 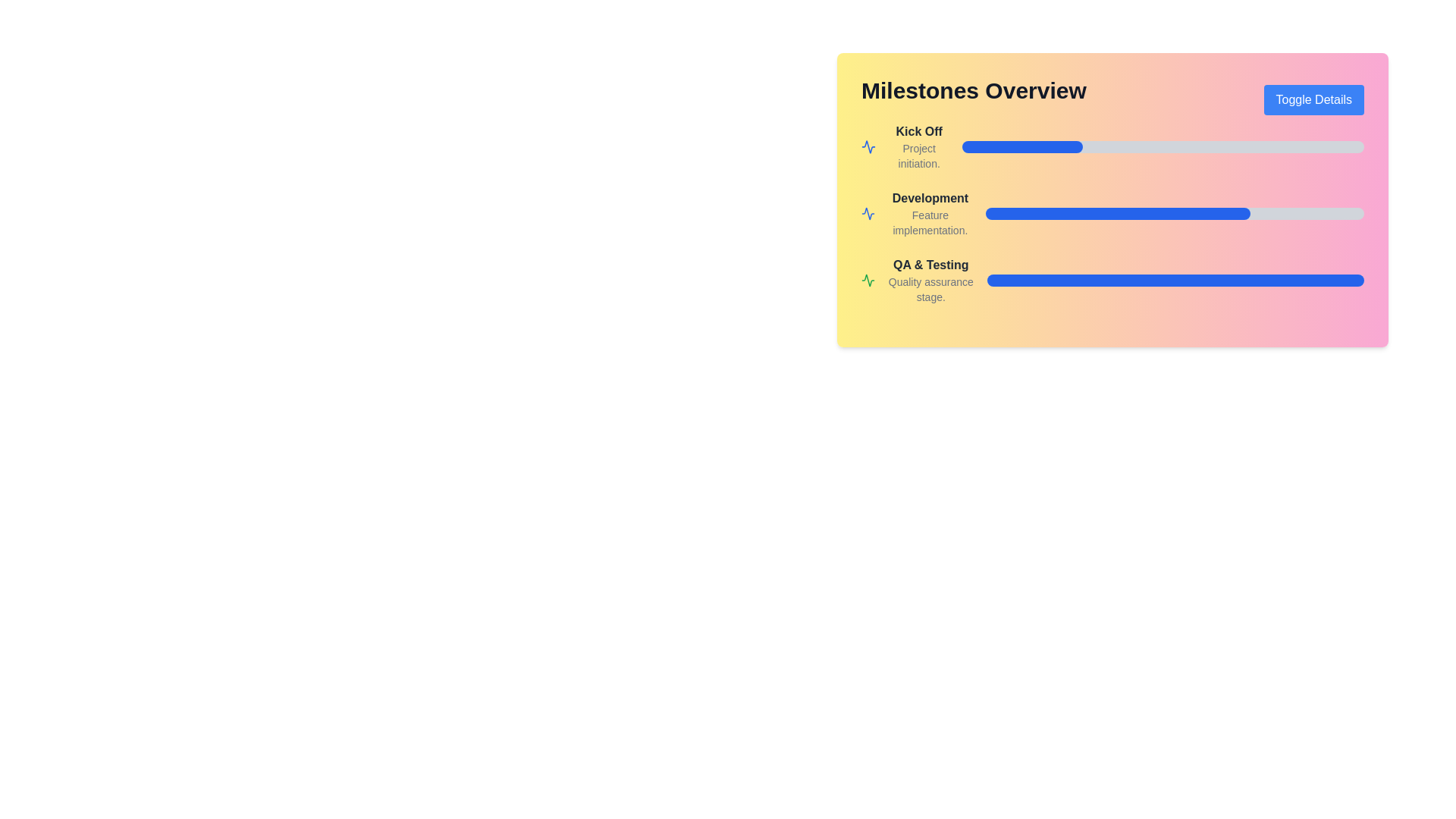 I want to click on the second milestone element in the Milestones Overview section, which includes a title, subtitle, and progress bar, so click(x=1112, y=190).